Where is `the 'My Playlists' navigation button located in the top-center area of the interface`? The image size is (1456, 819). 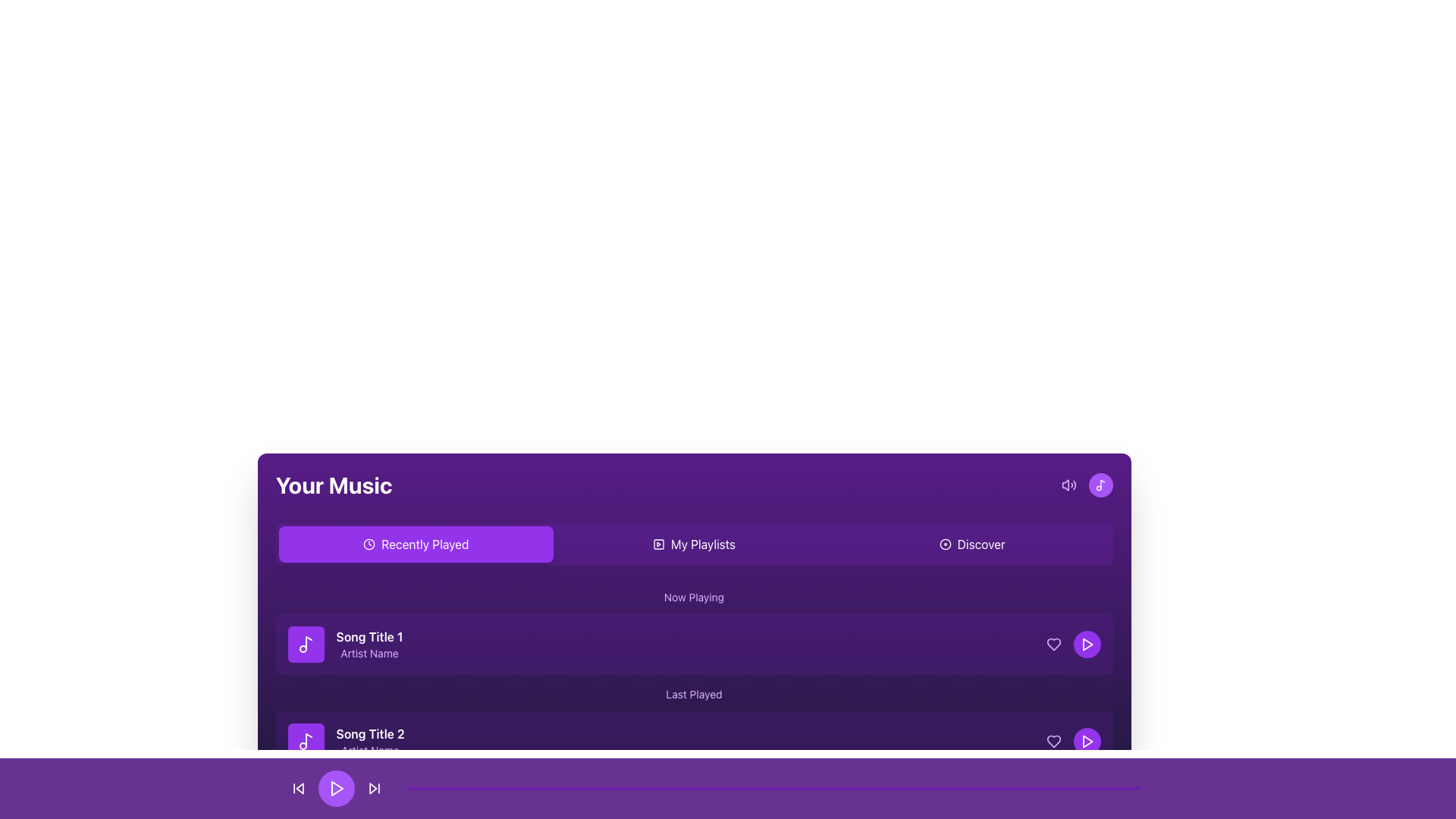
the 'My Playlists' navigation button located in the top-center area of the interface is located at coordinates (693, 543).